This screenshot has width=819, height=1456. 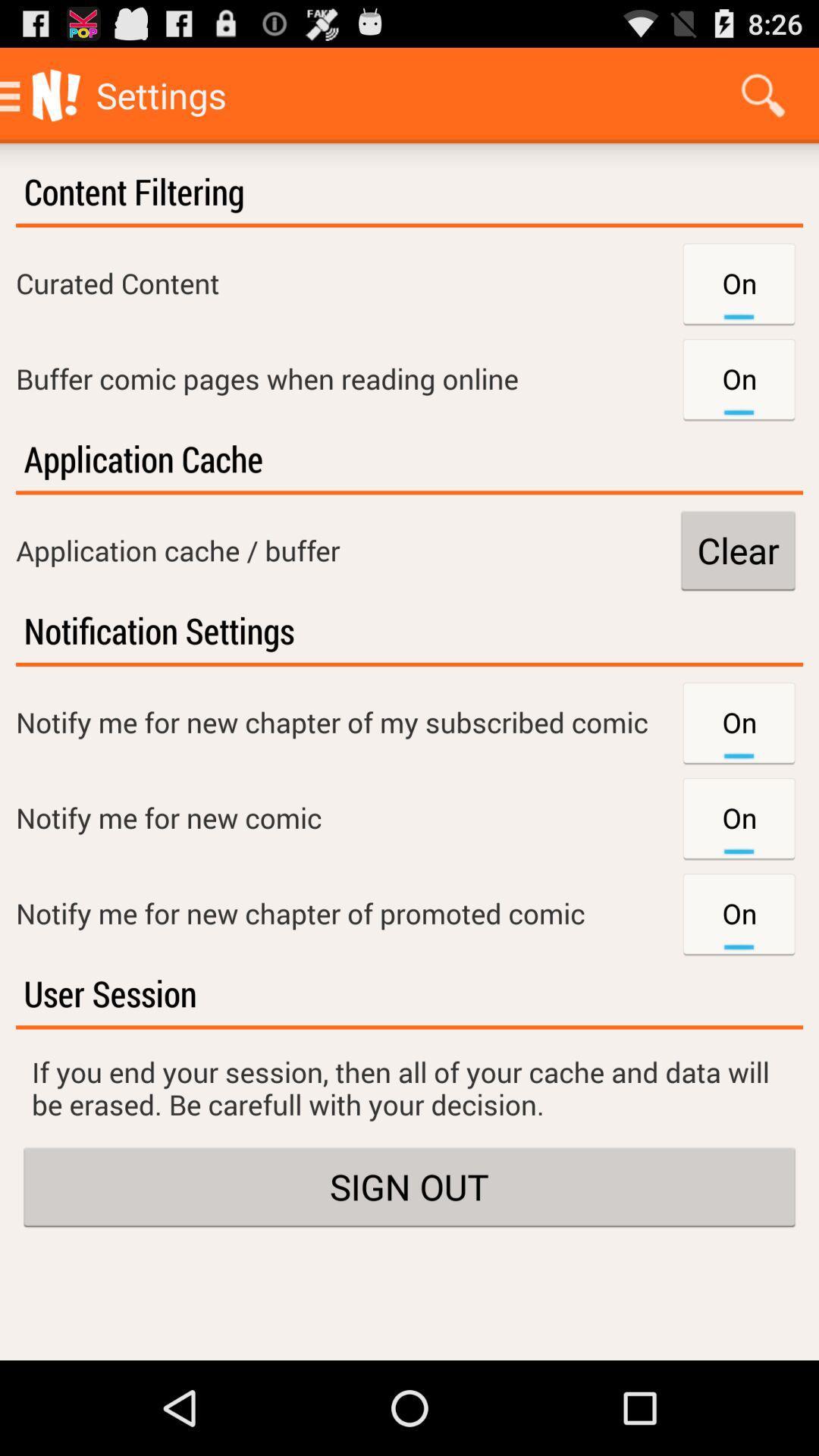 I want to click on the icon above the notification settings icon, so click(x=737, y=549).